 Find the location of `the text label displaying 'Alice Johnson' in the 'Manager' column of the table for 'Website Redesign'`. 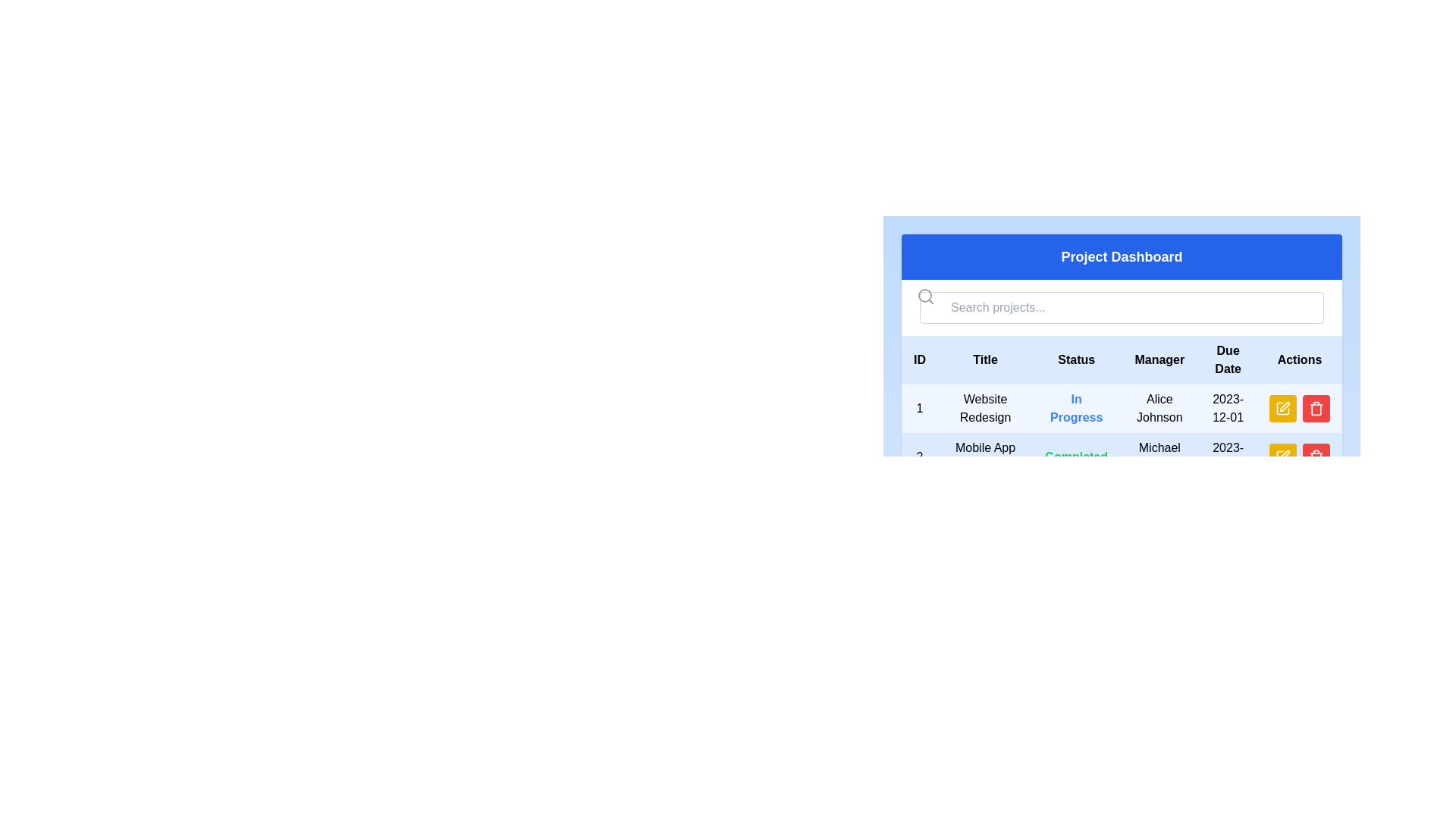

the text label displaying 'Alice Johnson' in the 'Manager' column of the table for 'Website Redesign' is located at coordinates (1159, 408).